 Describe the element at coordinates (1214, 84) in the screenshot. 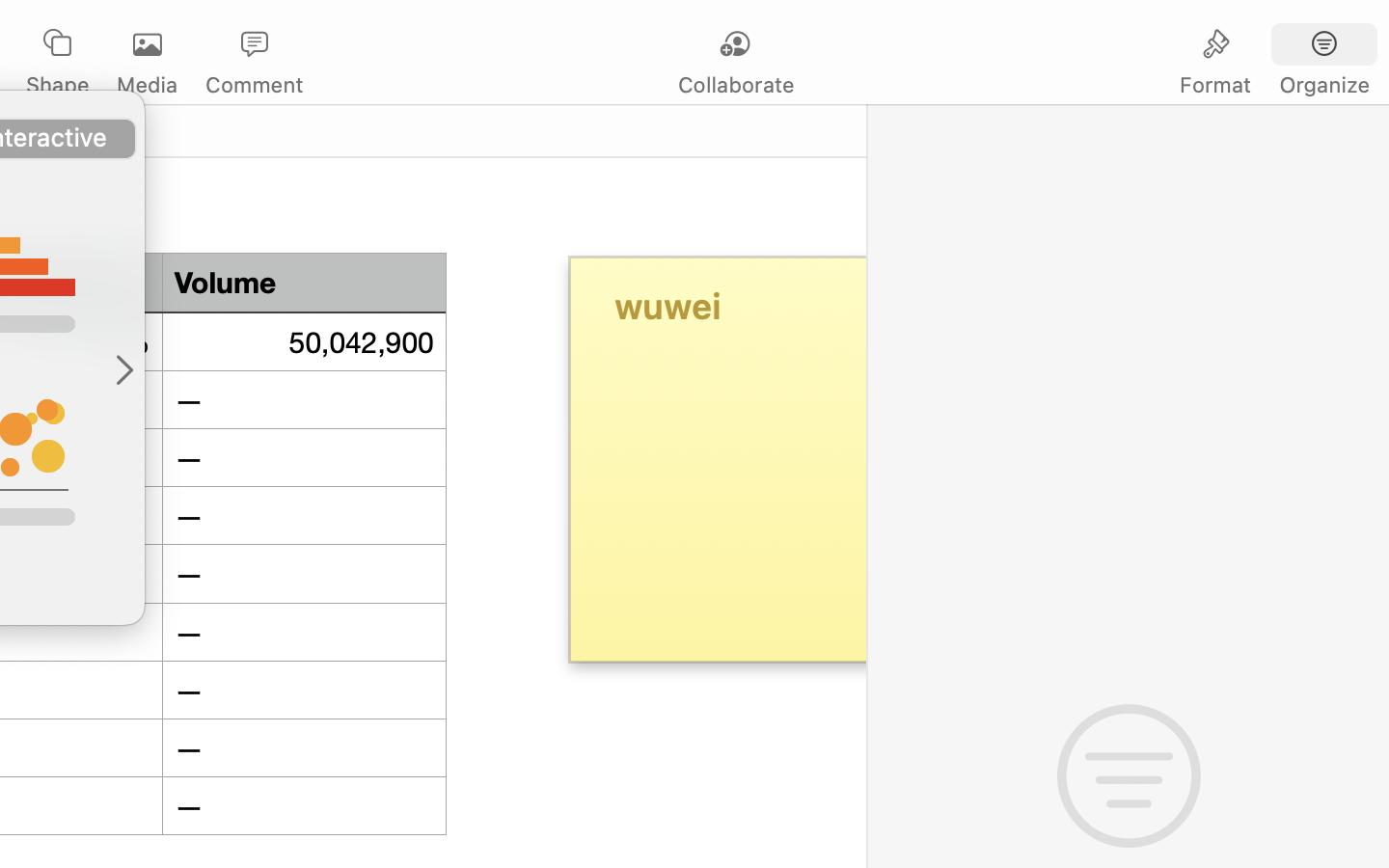

I see `'Format'` at that location.